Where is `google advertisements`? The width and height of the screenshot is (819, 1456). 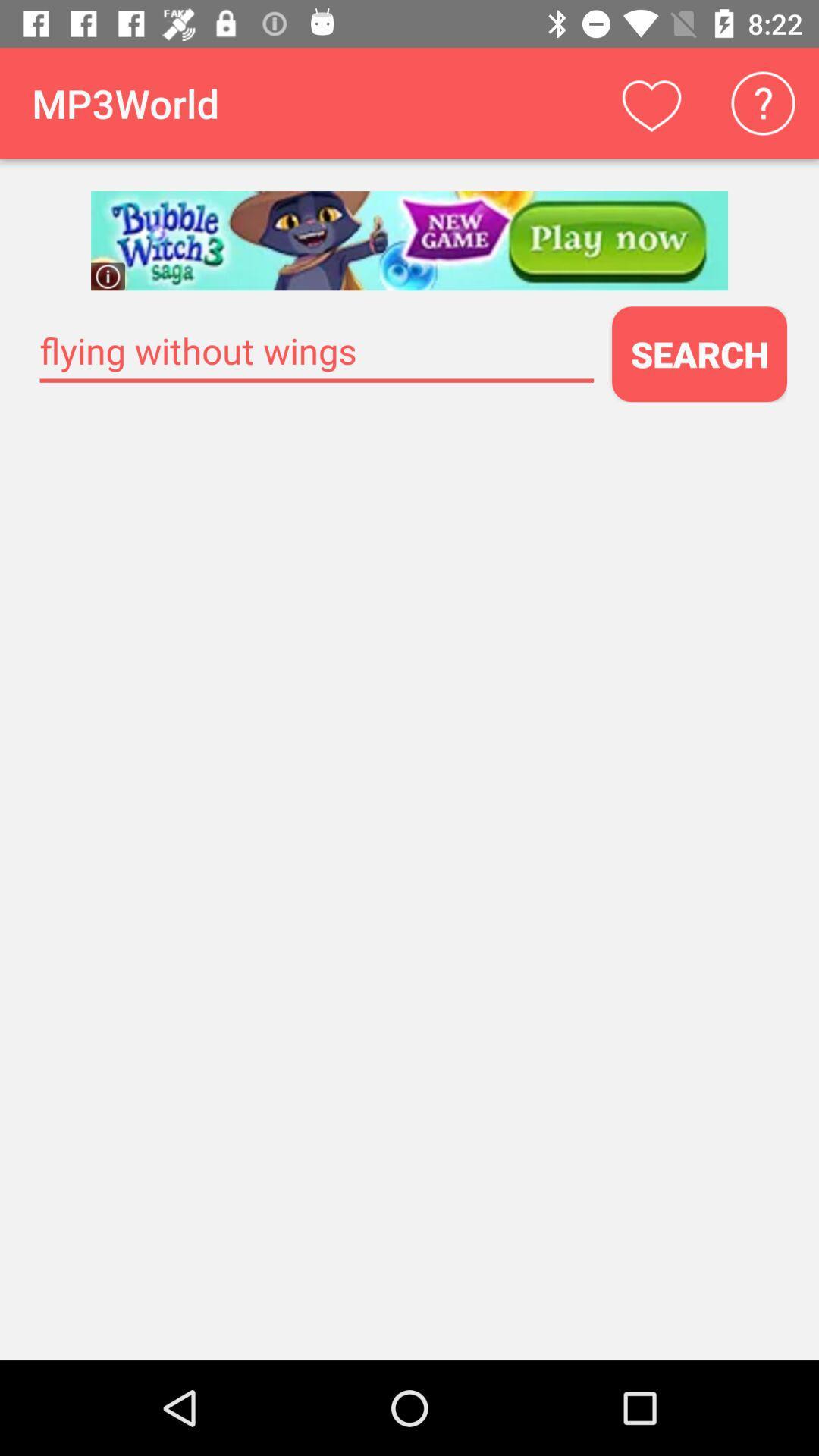 google advertisements is located at coordinates (409, 240).